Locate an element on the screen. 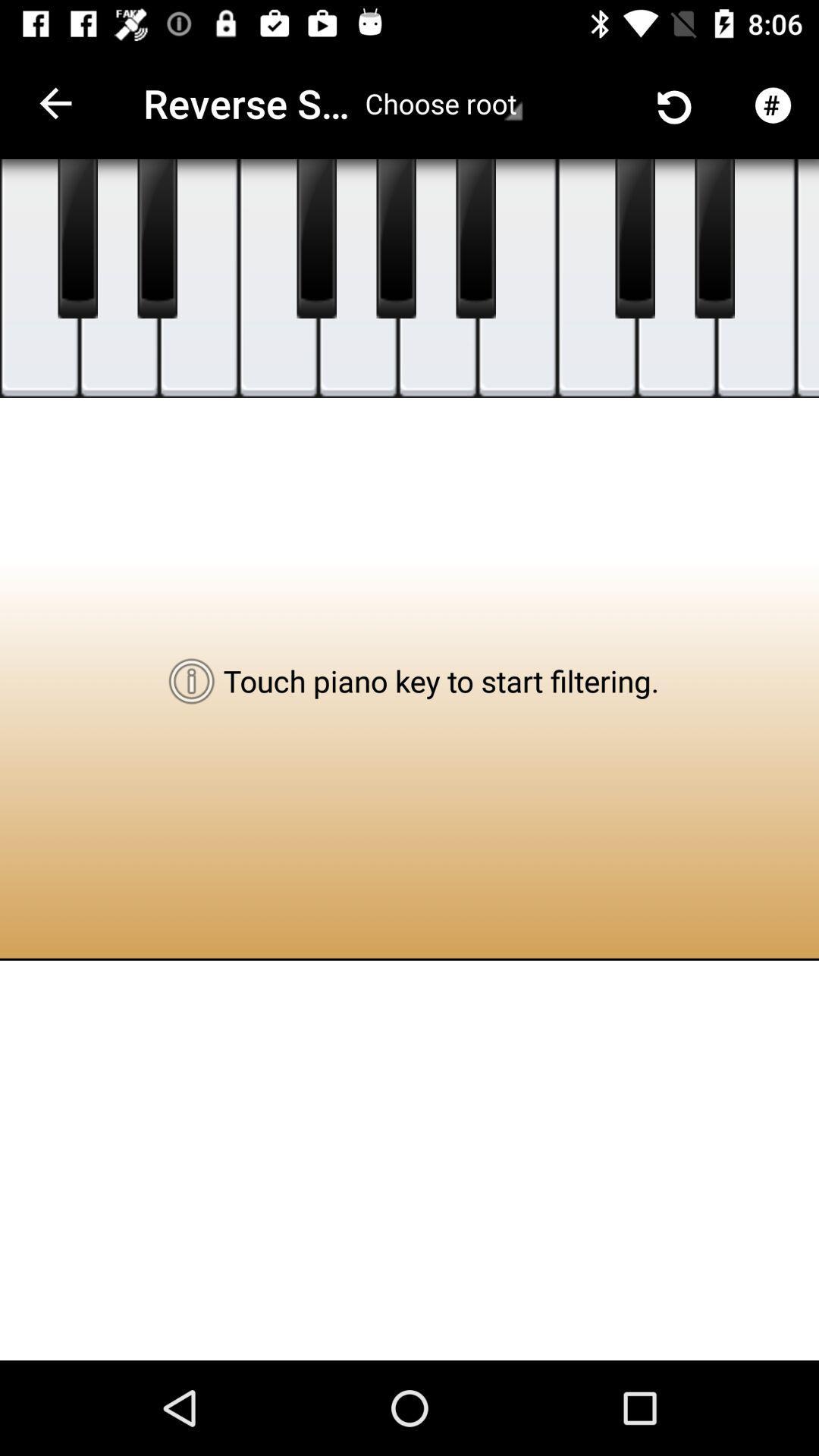 This screenshot has width=819, height=1456. item below choose root is located at coordinates (475, 238).